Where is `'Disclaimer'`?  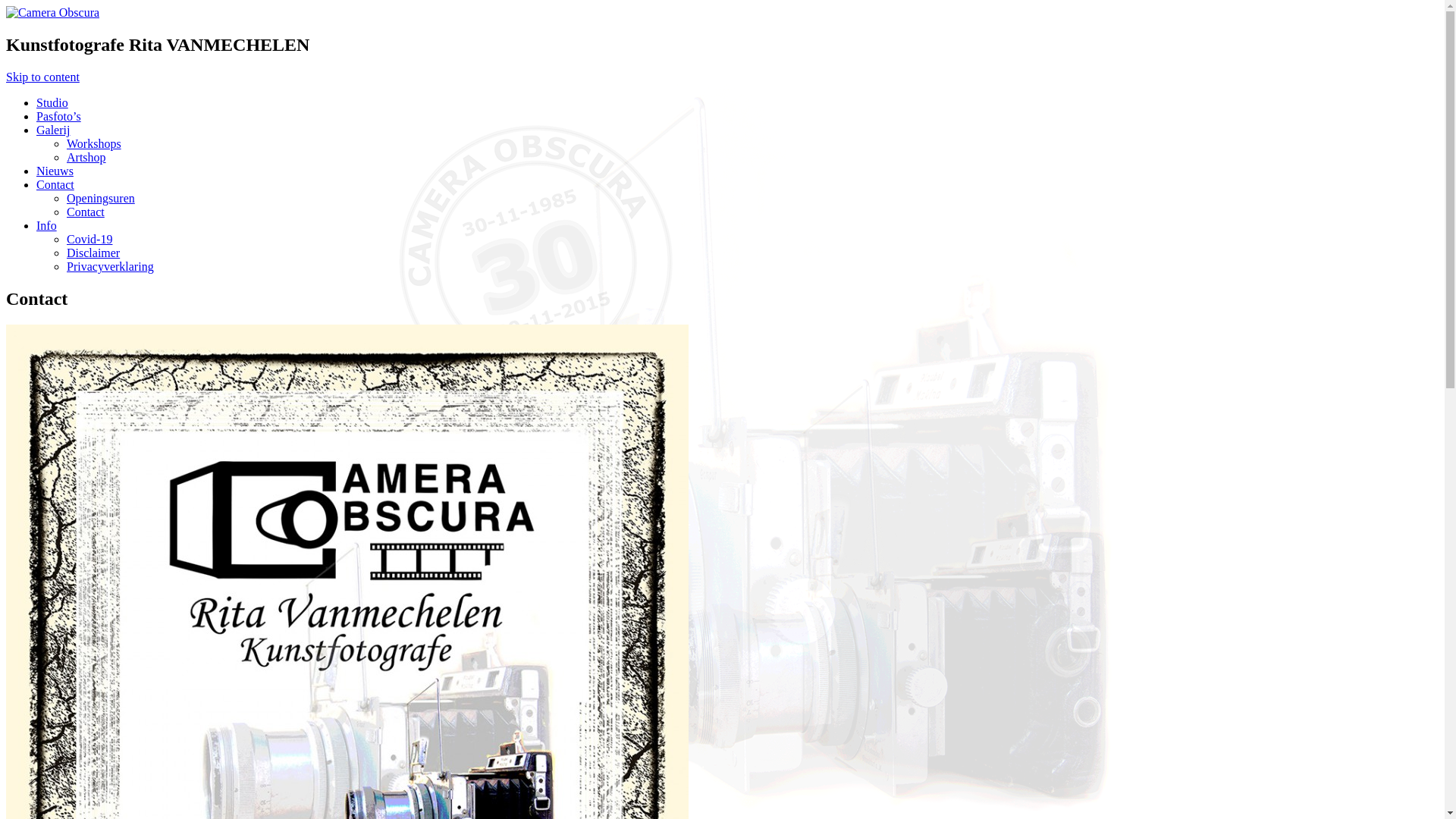
'Disclaimer' is located at coordinates (93, 252).